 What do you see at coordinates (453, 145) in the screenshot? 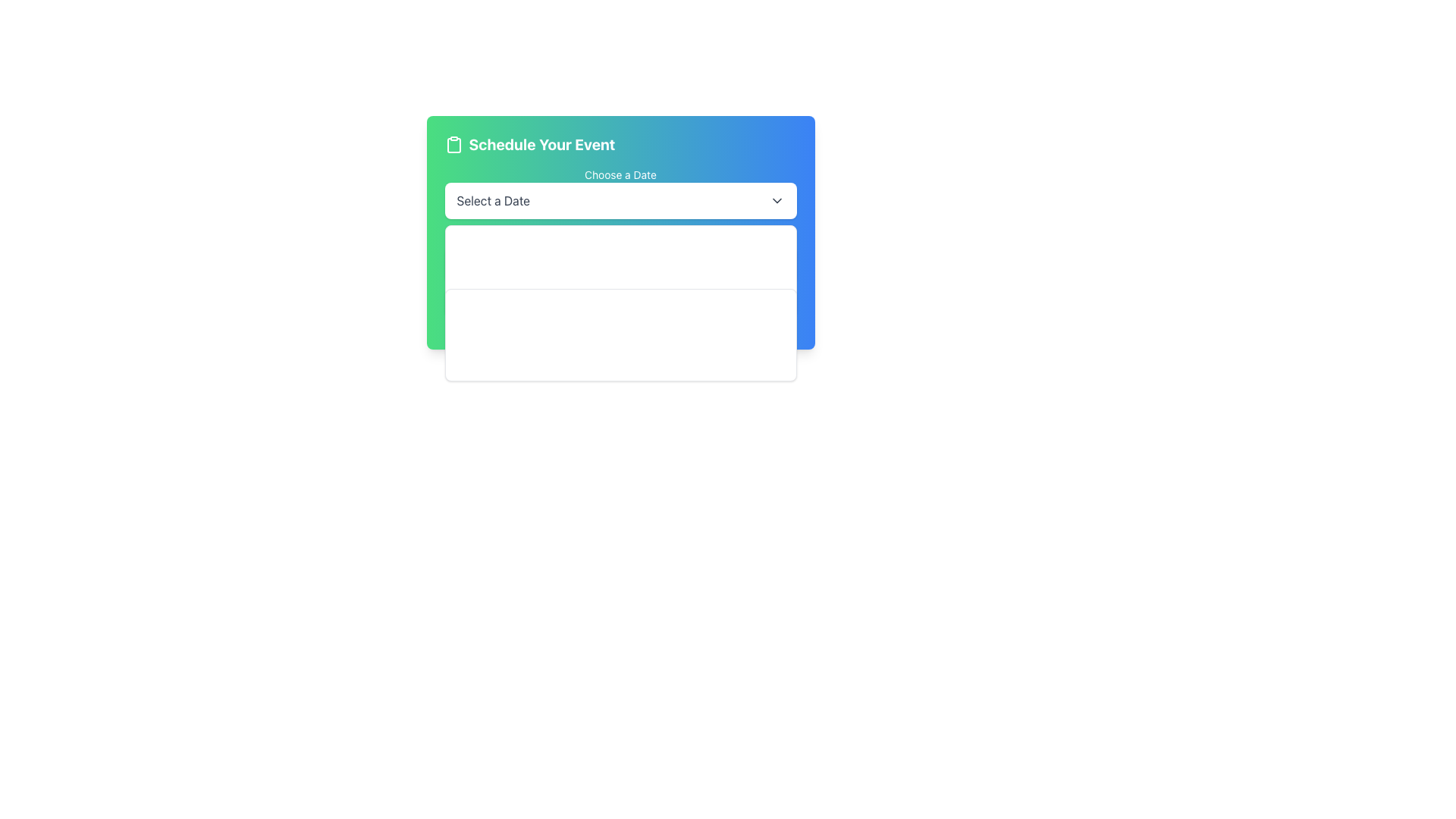
I see `the icon representing the purpose of the section 'Schedule Your Event', which is positioned at the top-left of the header area` at bounding box center [453, 145].